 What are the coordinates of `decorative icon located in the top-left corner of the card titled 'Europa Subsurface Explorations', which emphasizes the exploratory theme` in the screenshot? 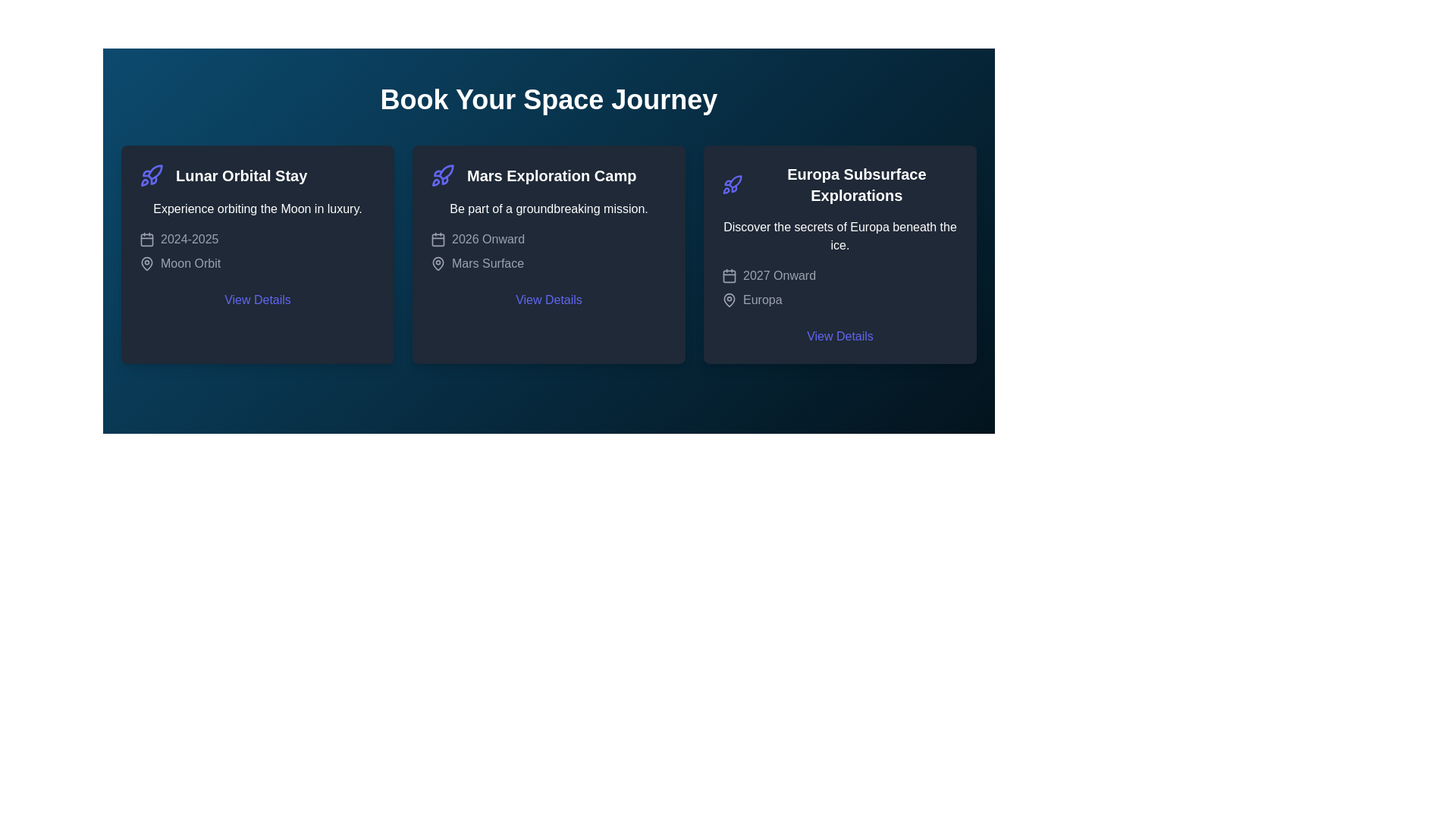 It's located at (732, 184).